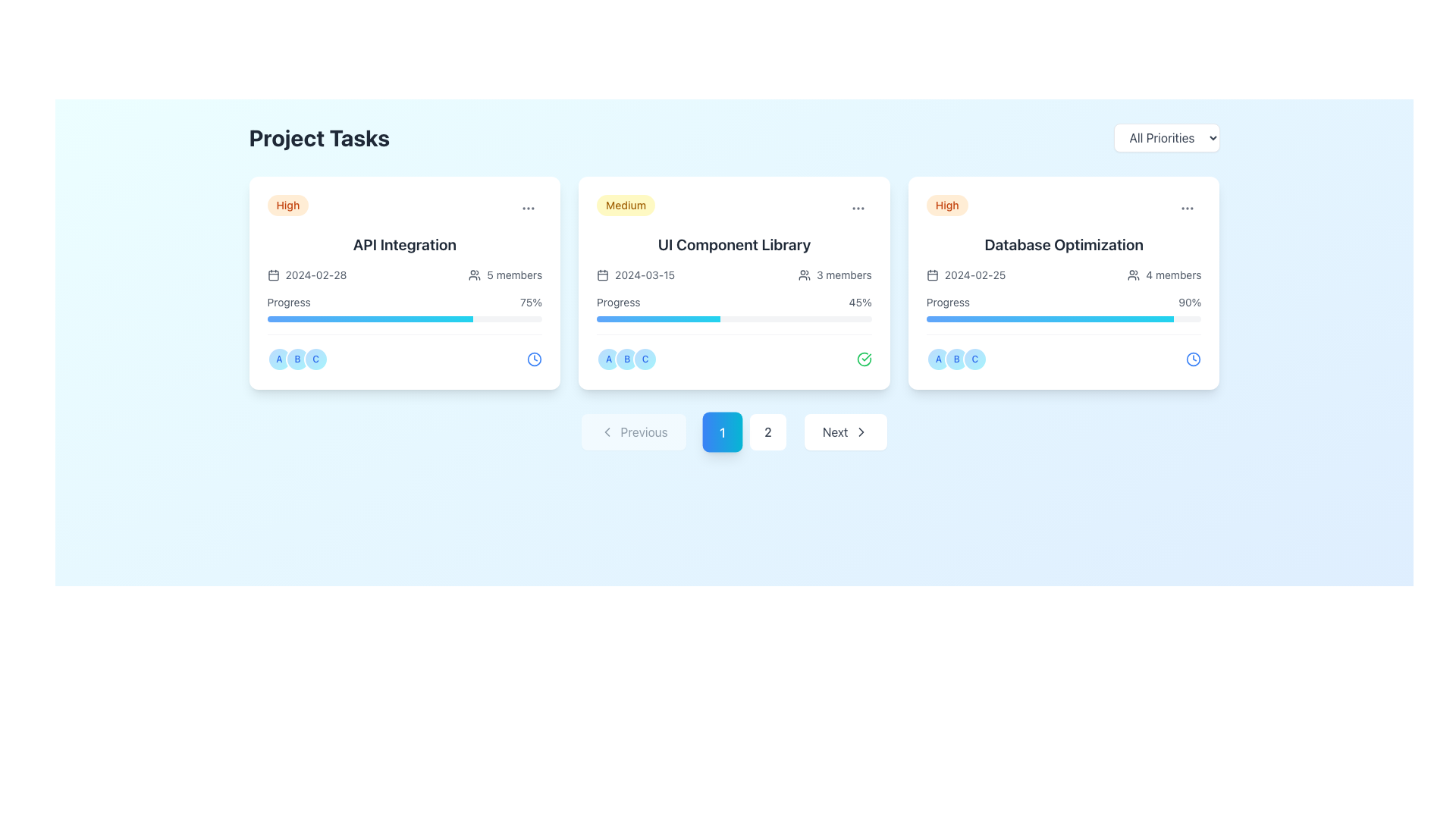 This screenshot has height=819, width=1456. What do you see at coordinates (1168, 318) in the screenshot?
I see `progress` at bounding box center [1168, 318].